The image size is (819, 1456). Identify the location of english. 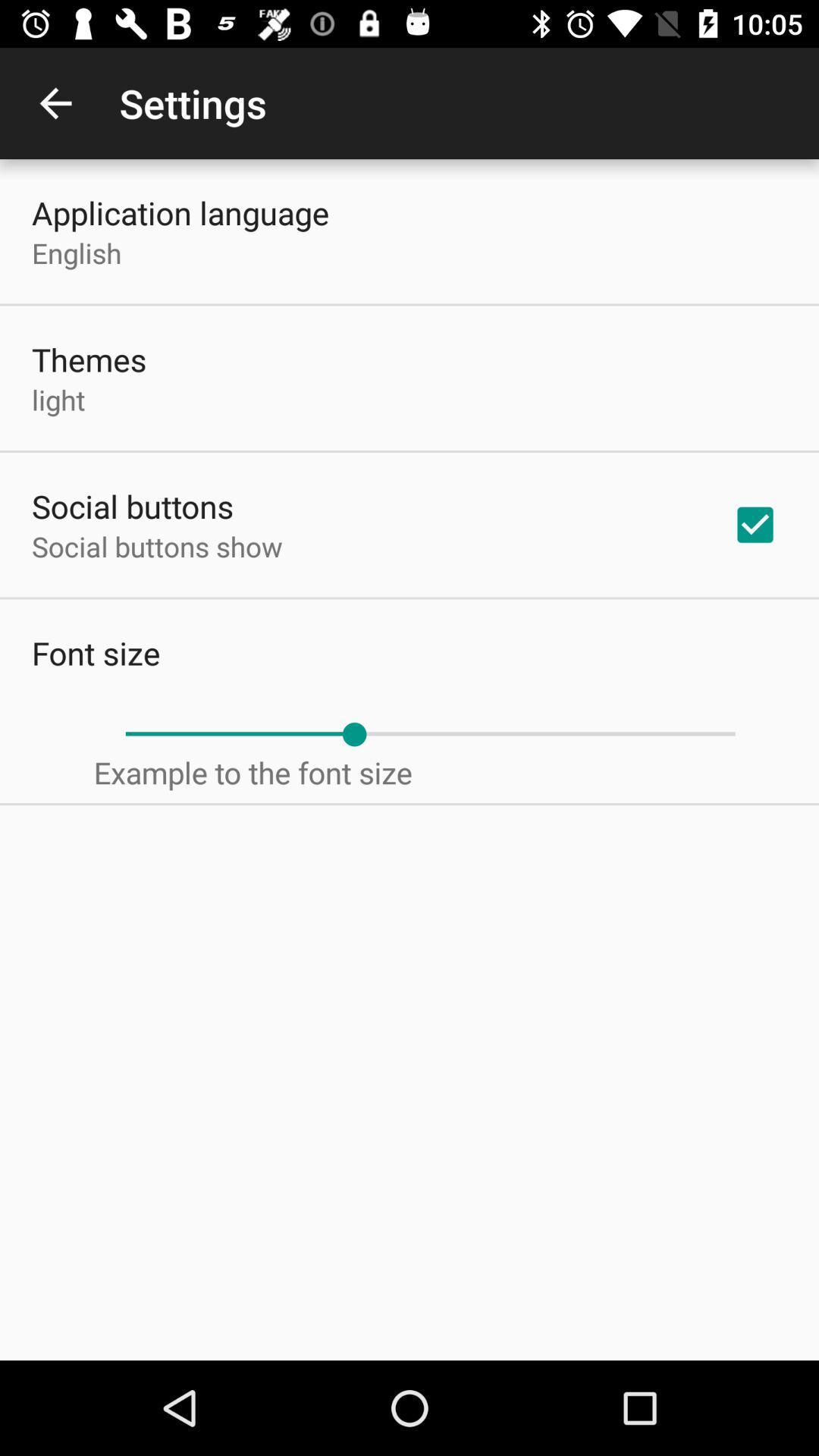
(77, 253).